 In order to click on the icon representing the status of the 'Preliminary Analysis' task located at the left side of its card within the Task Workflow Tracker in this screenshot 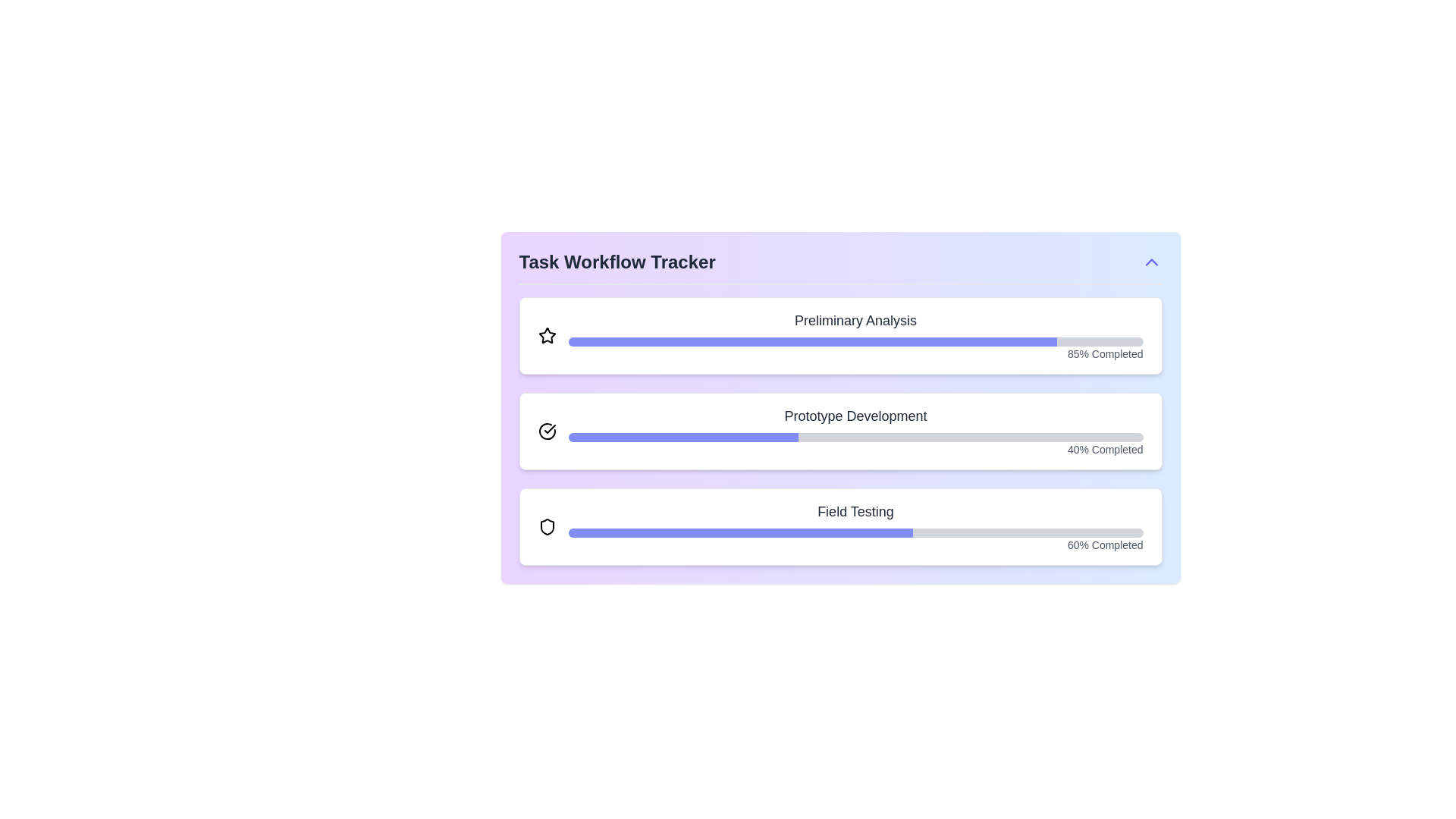, I will do `click(546, 335)`.